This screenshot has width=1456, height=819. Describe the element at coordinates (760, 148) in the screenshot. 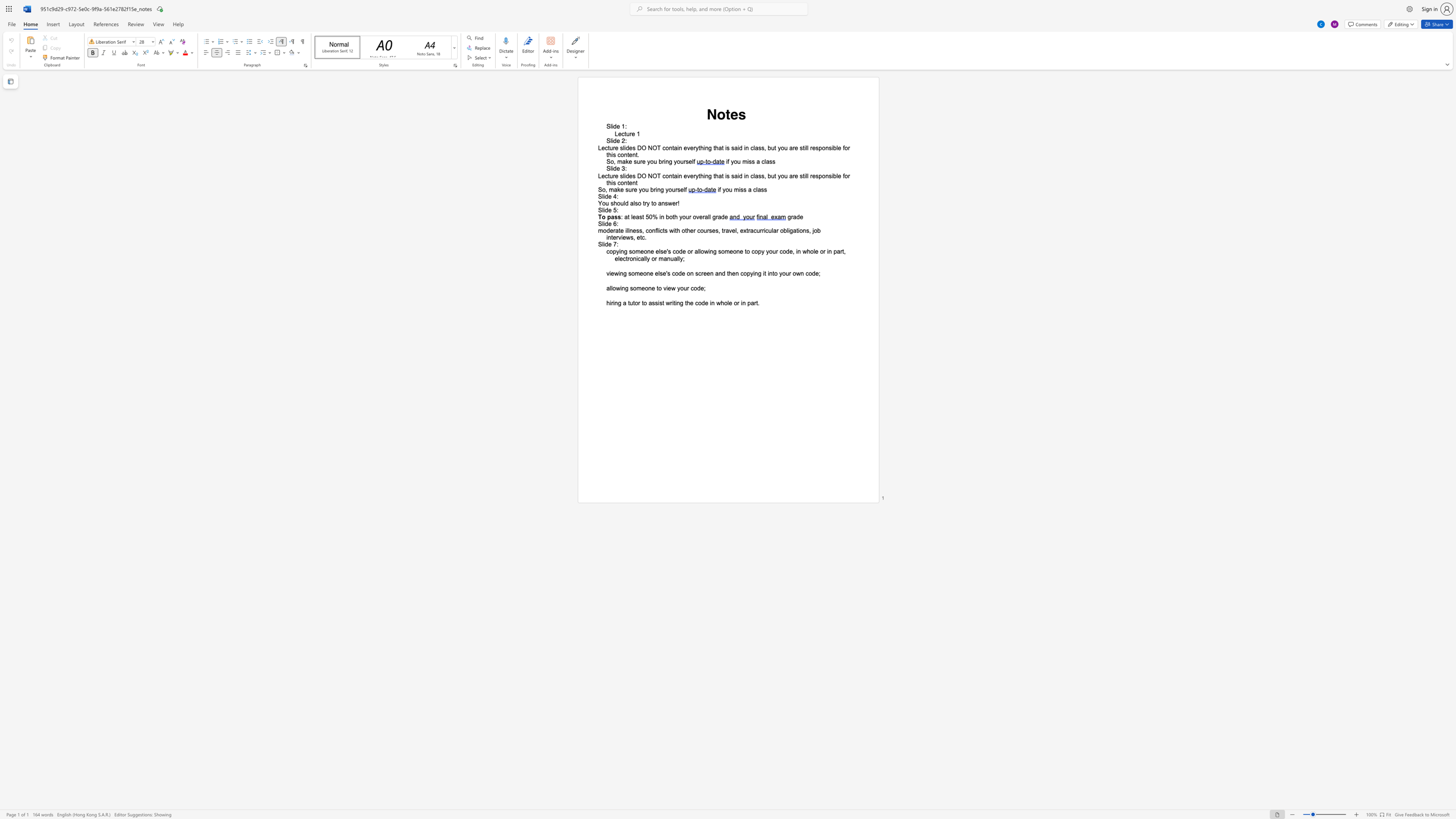

I see `the subset text "s, but you are sti" within the text "everything that is said in class, but you are still responsible for this content."` at that location.